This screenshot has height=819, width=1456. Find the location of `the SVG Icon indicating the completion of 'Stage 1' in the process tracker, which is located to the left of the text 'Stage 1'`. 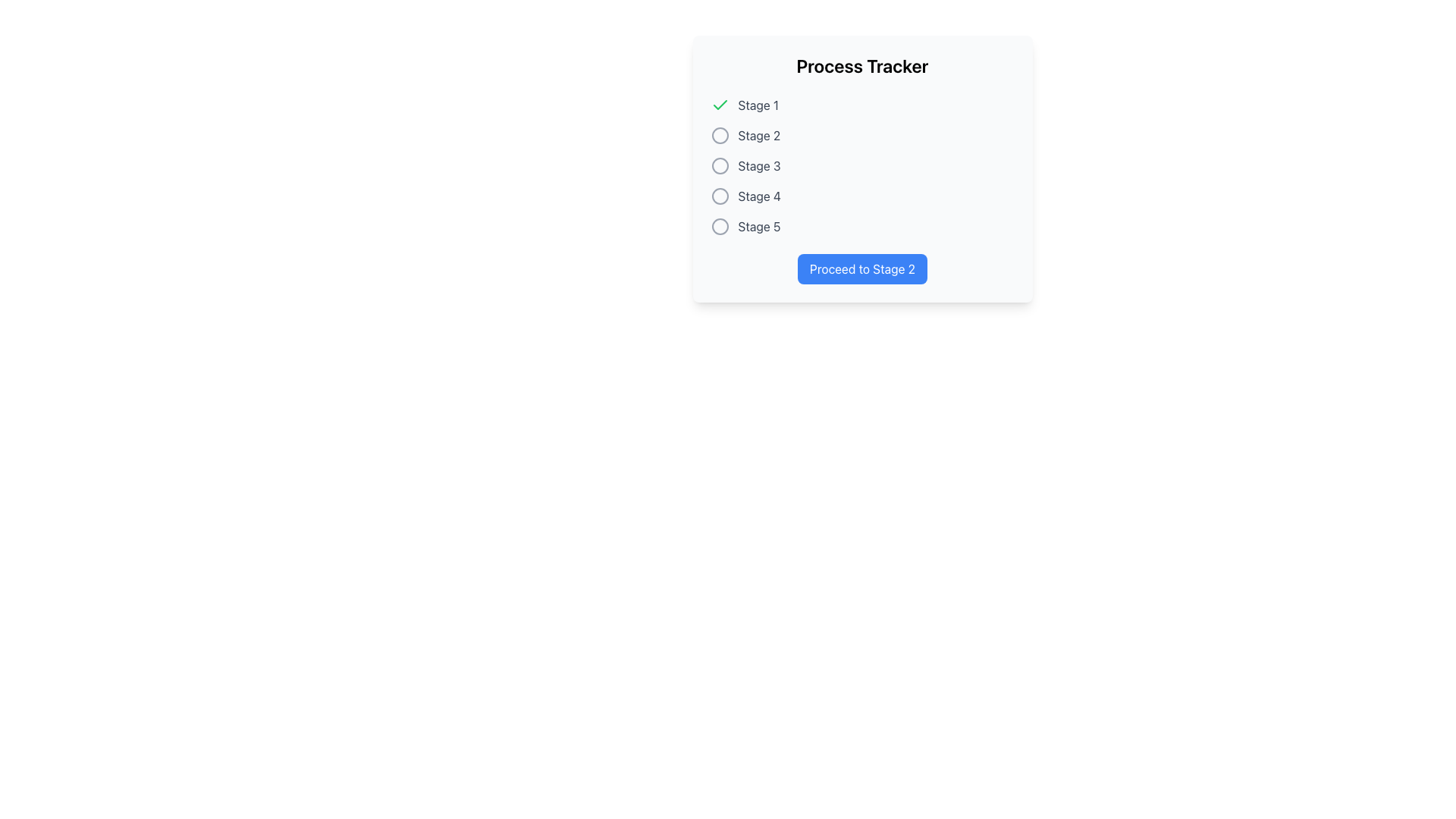

the SVG Icon indicating the completion of 'Stage 1' in the process tracker, which is located to the left of the text 'Stage 1' is located at coordinates (719, 104).